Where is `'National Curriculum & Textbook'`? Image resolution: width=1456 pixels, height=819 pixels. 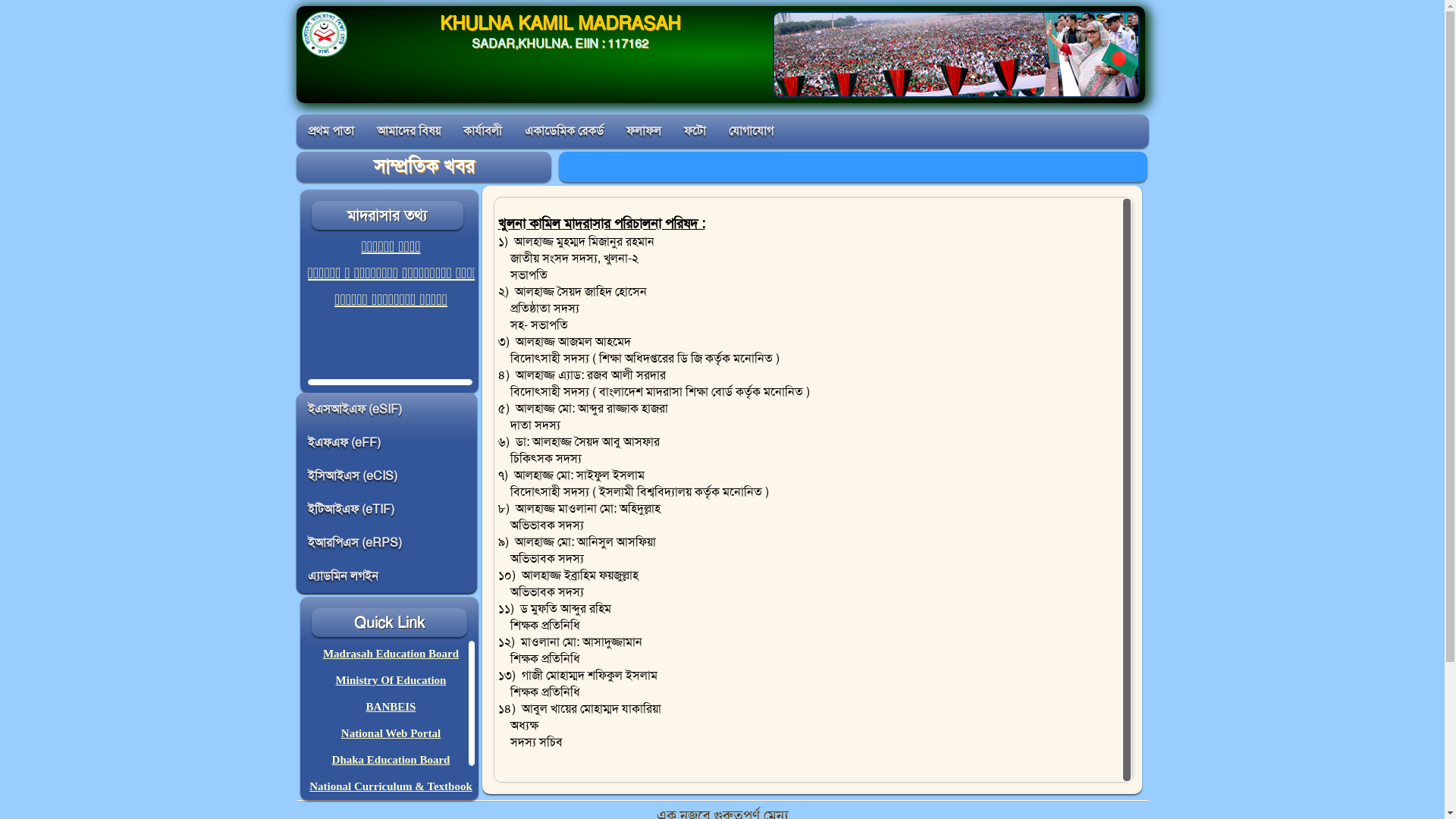
'National Curriculum & Textbook' is located at coordinates (309, 786).